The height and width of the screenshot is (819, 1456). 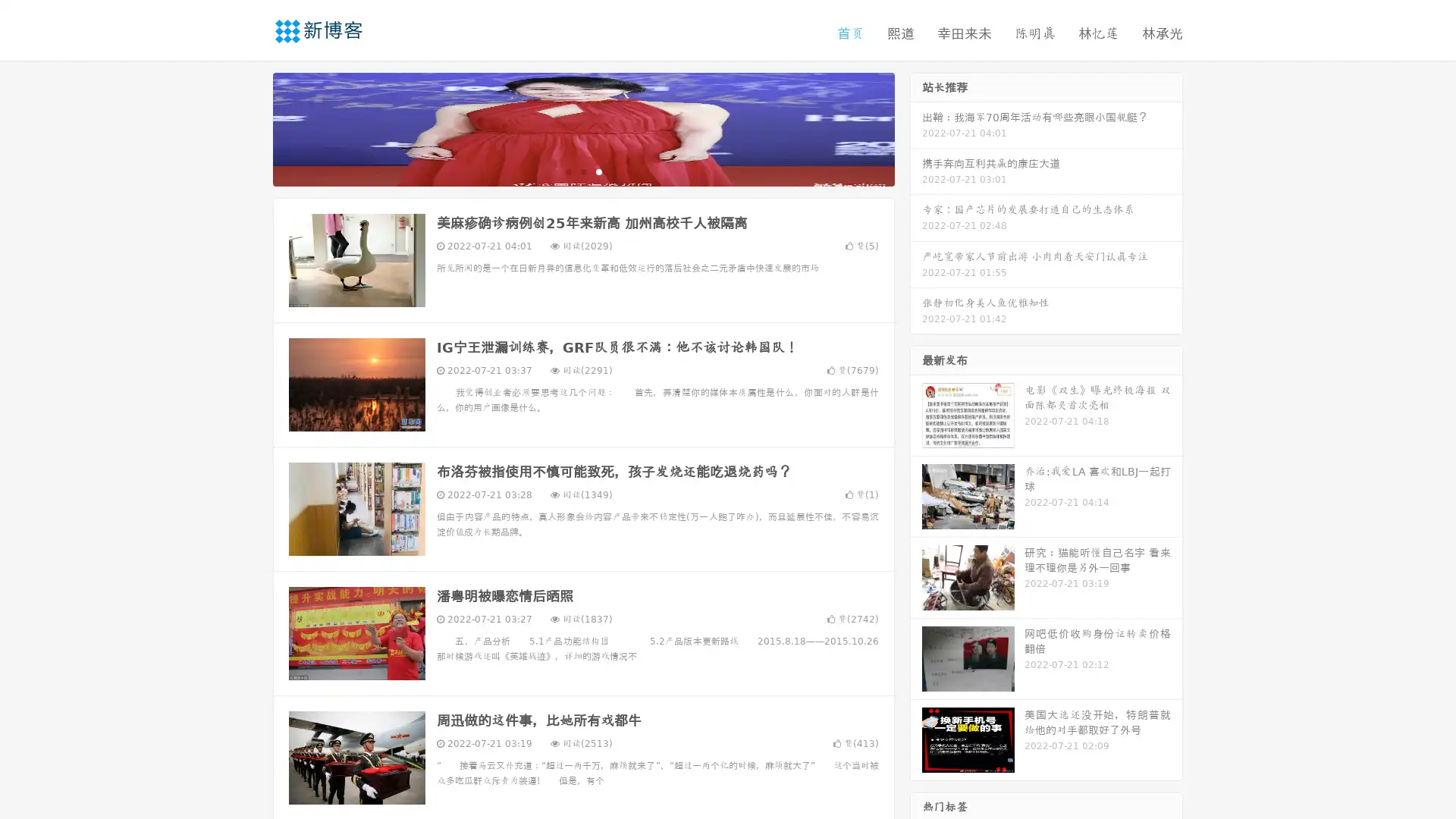 I want to click on Go to slide 2, so click(x=582, y=171).